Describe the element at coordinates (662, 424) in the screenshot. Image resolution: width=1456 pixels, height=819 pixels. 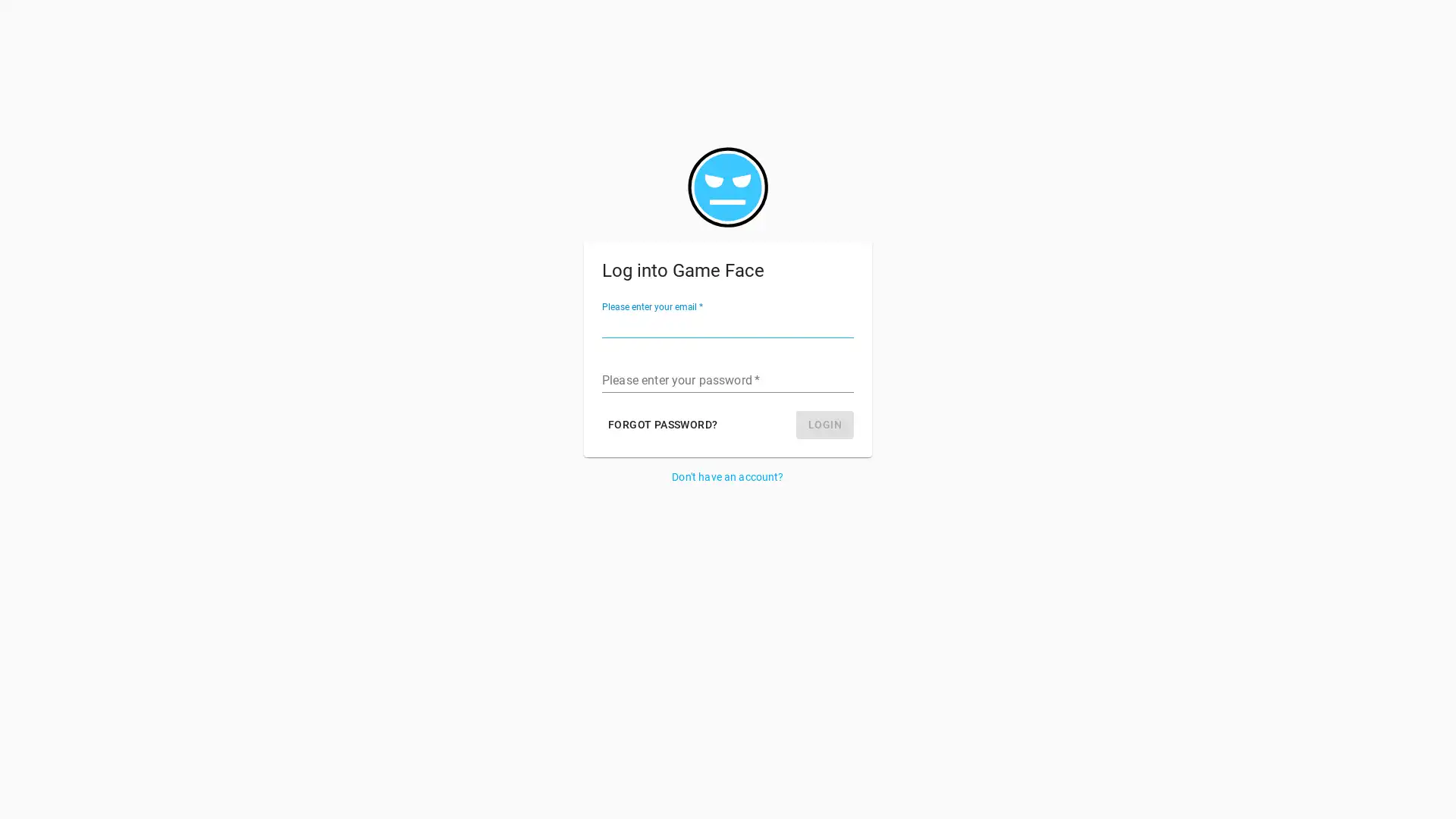
I see `FORGOT PASSWORD?` at that location.